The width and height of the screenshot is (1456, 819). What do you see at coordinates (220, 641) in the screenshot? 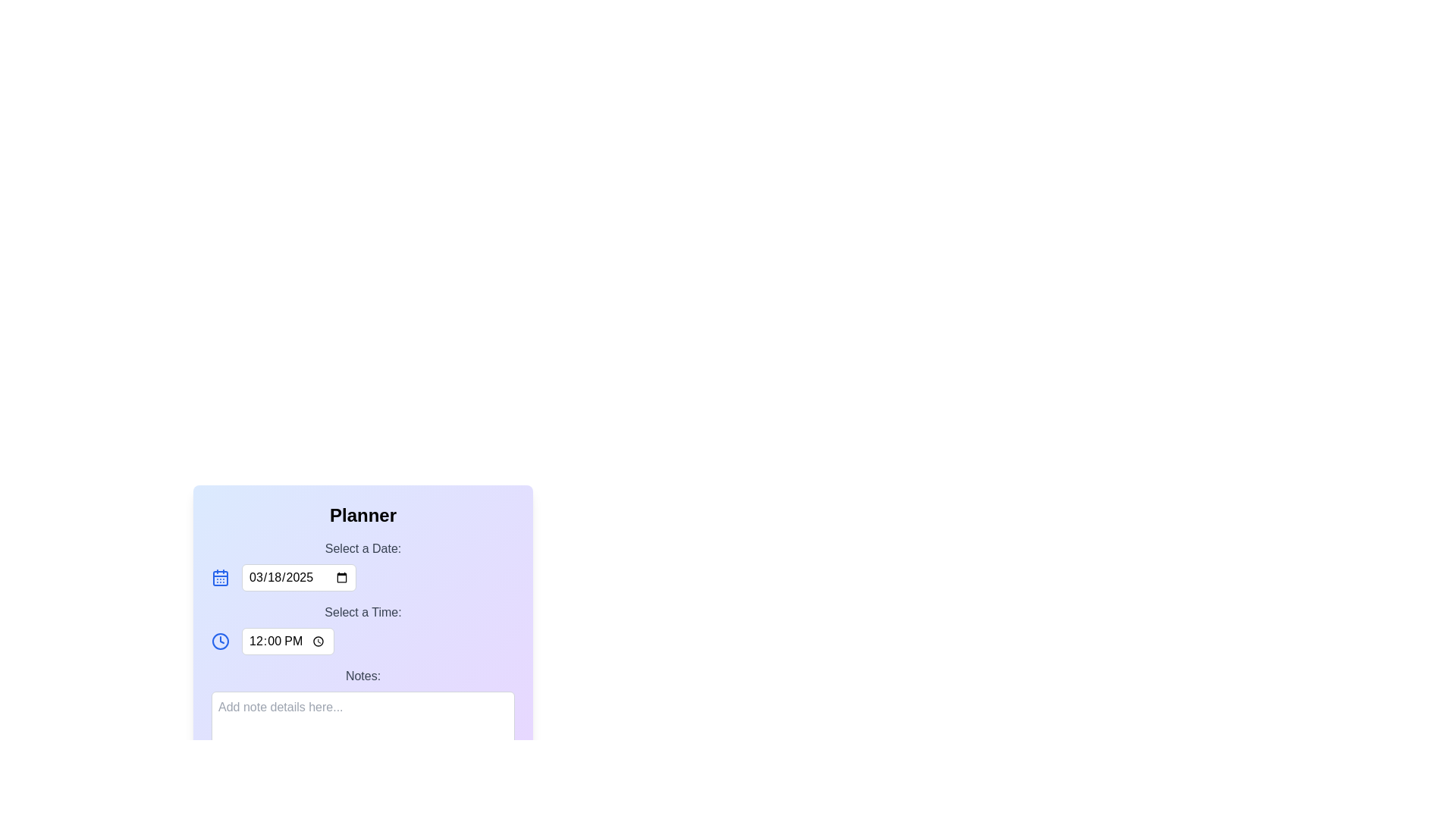
I see `the circular graphic that represents the clock's border, which serves as a frame for the time selection icon located near the 'Select a Time' label` at bounding box center [220, 641].